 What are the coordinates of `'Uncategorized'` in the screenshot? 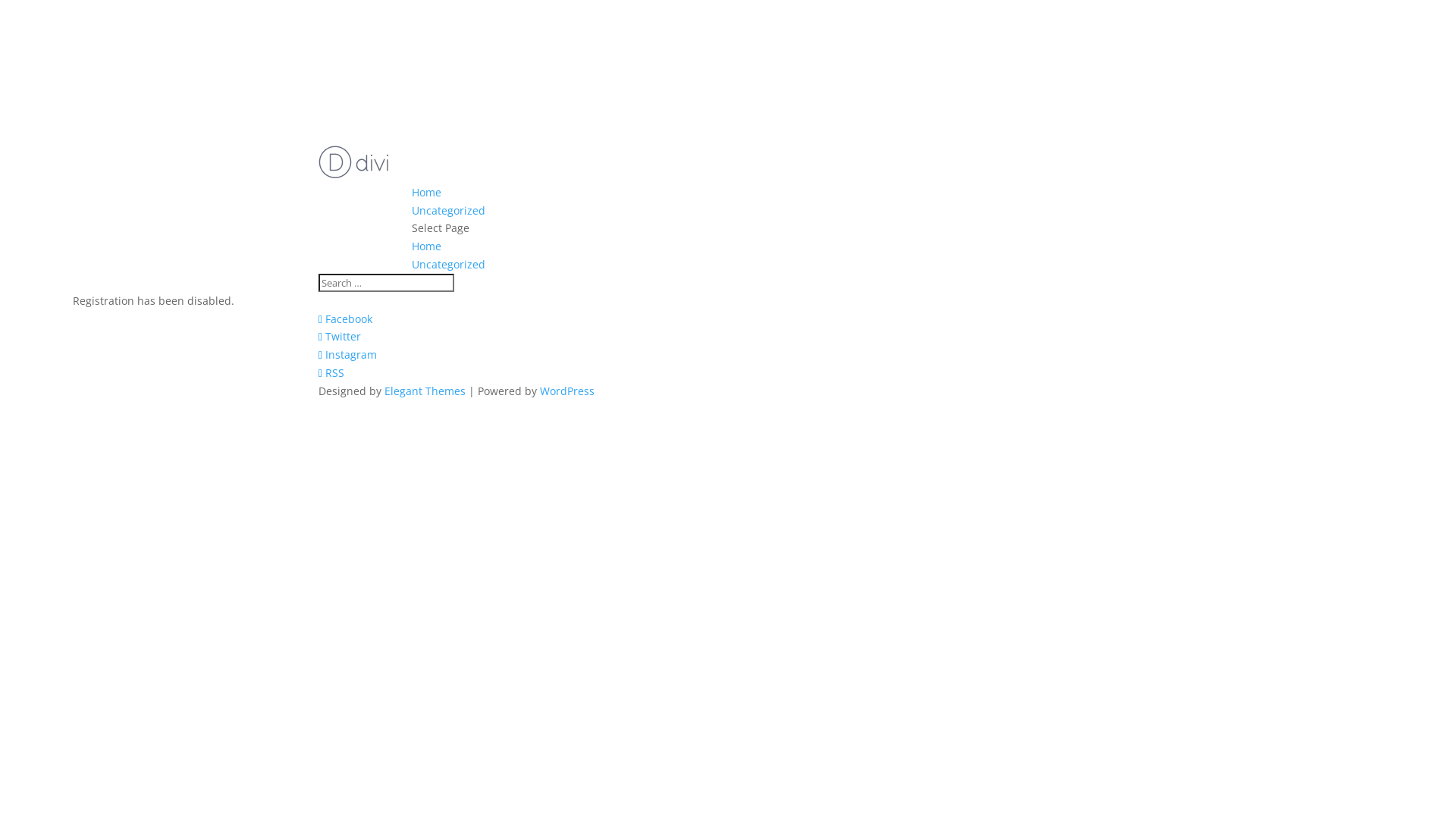 It's located at (447, 210).